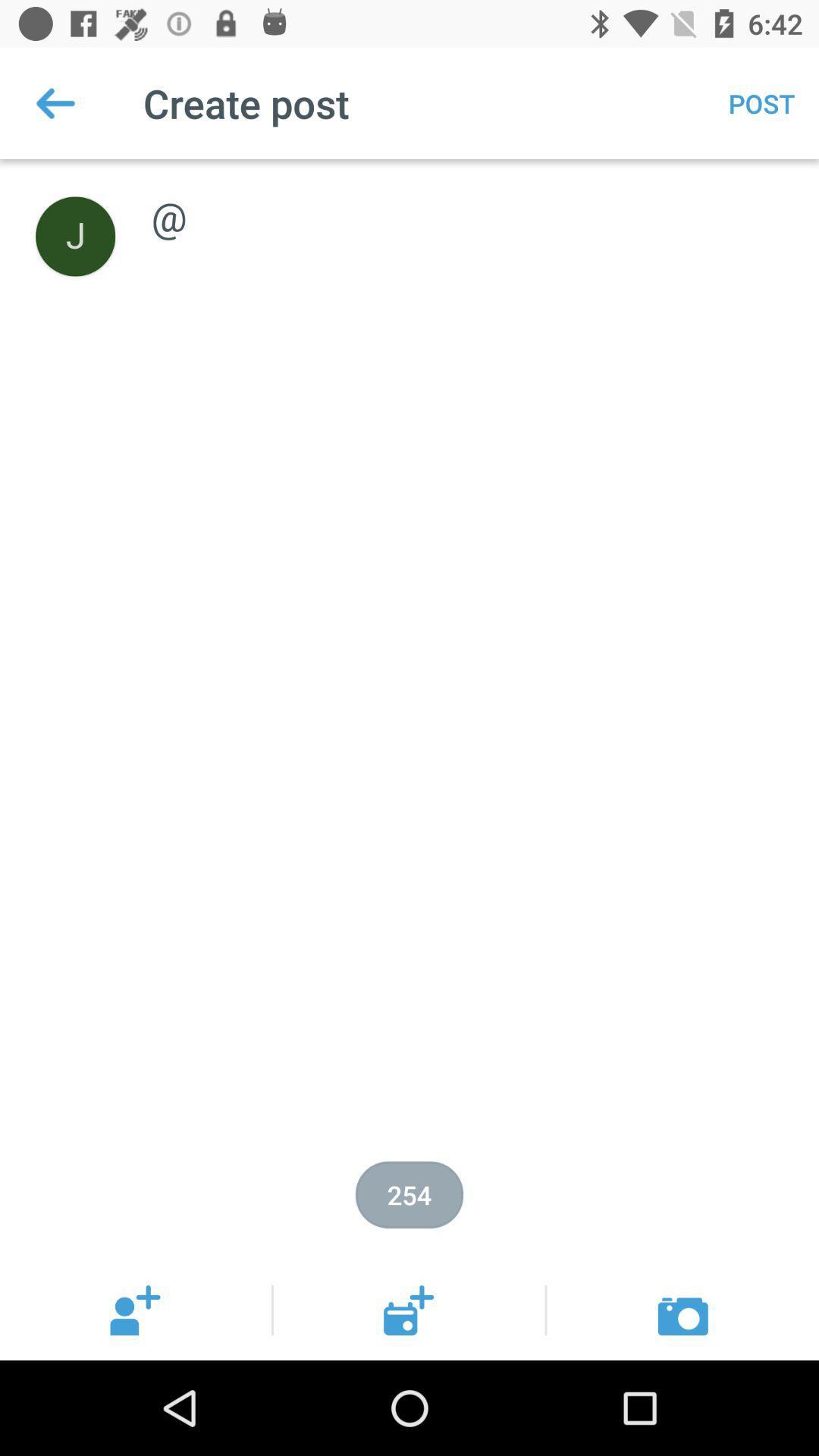  I want to click on @ item, so click(468, 199).